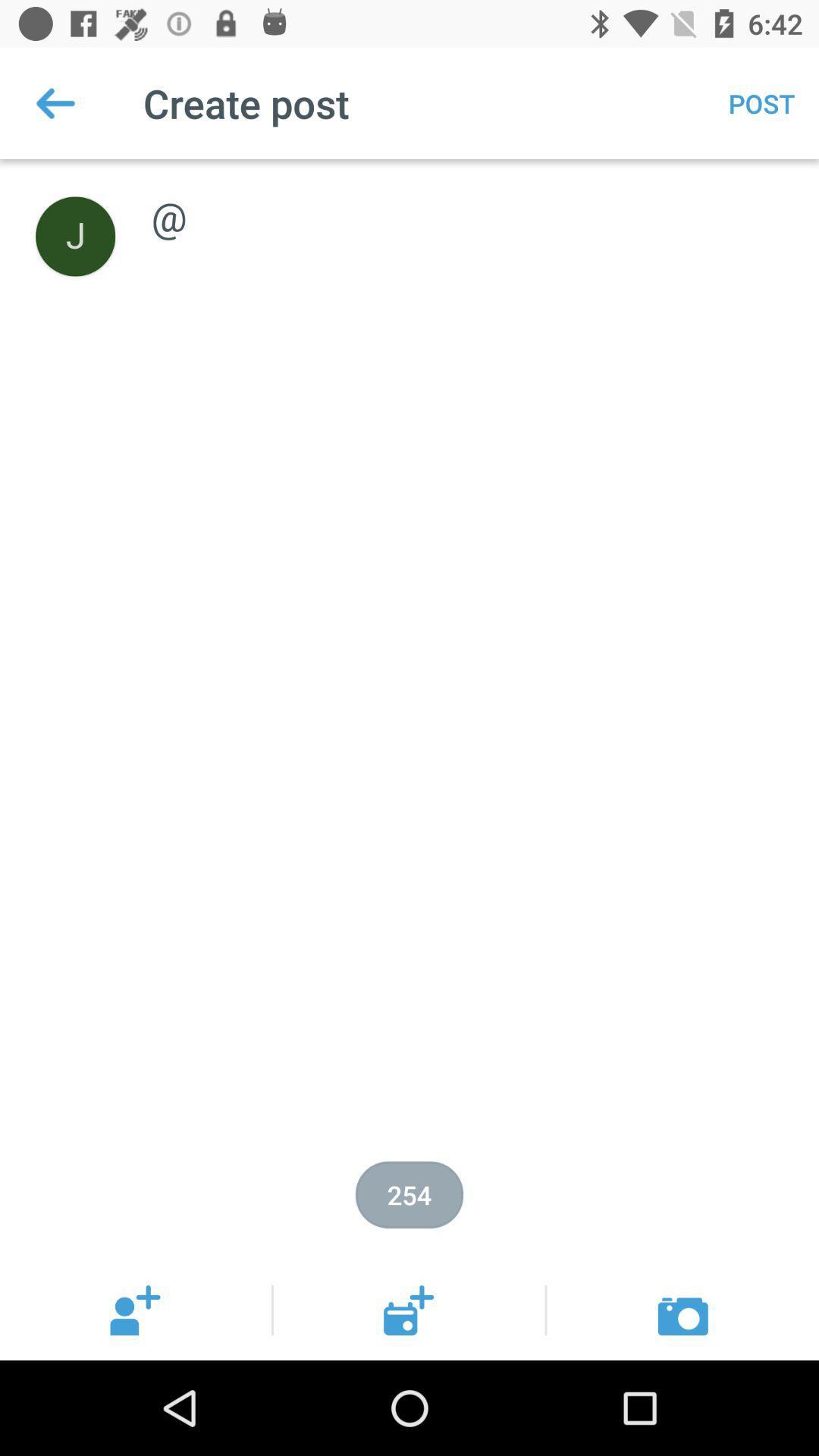  I want to click on @ item, so click(468, 199).